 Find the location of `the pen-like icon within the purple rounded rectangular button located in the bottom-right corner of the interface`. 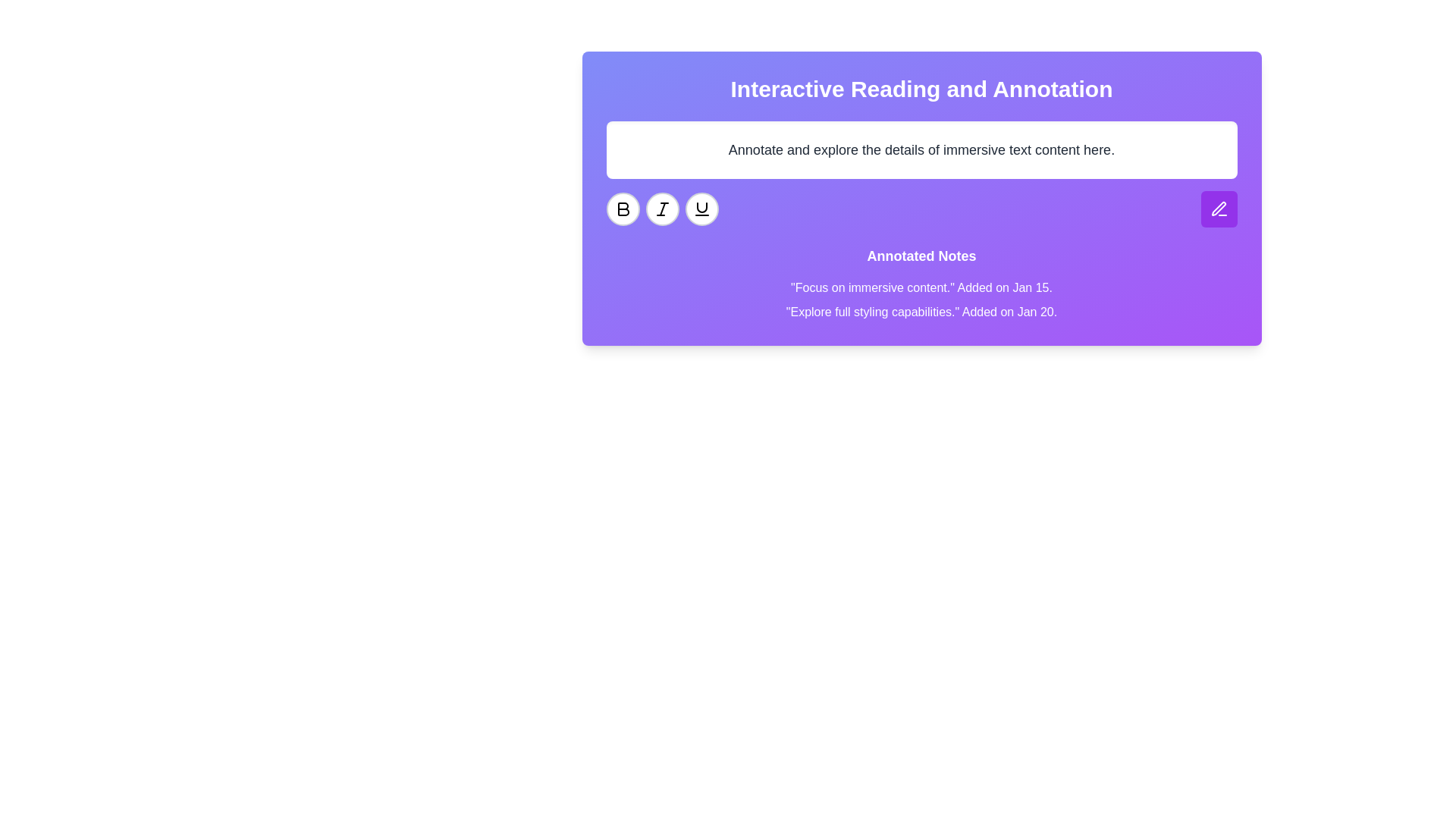

the pen-like icon within the purple rounded rectangular button located in the bottom-right corner of the interface is located at coordinates (1219, 209).